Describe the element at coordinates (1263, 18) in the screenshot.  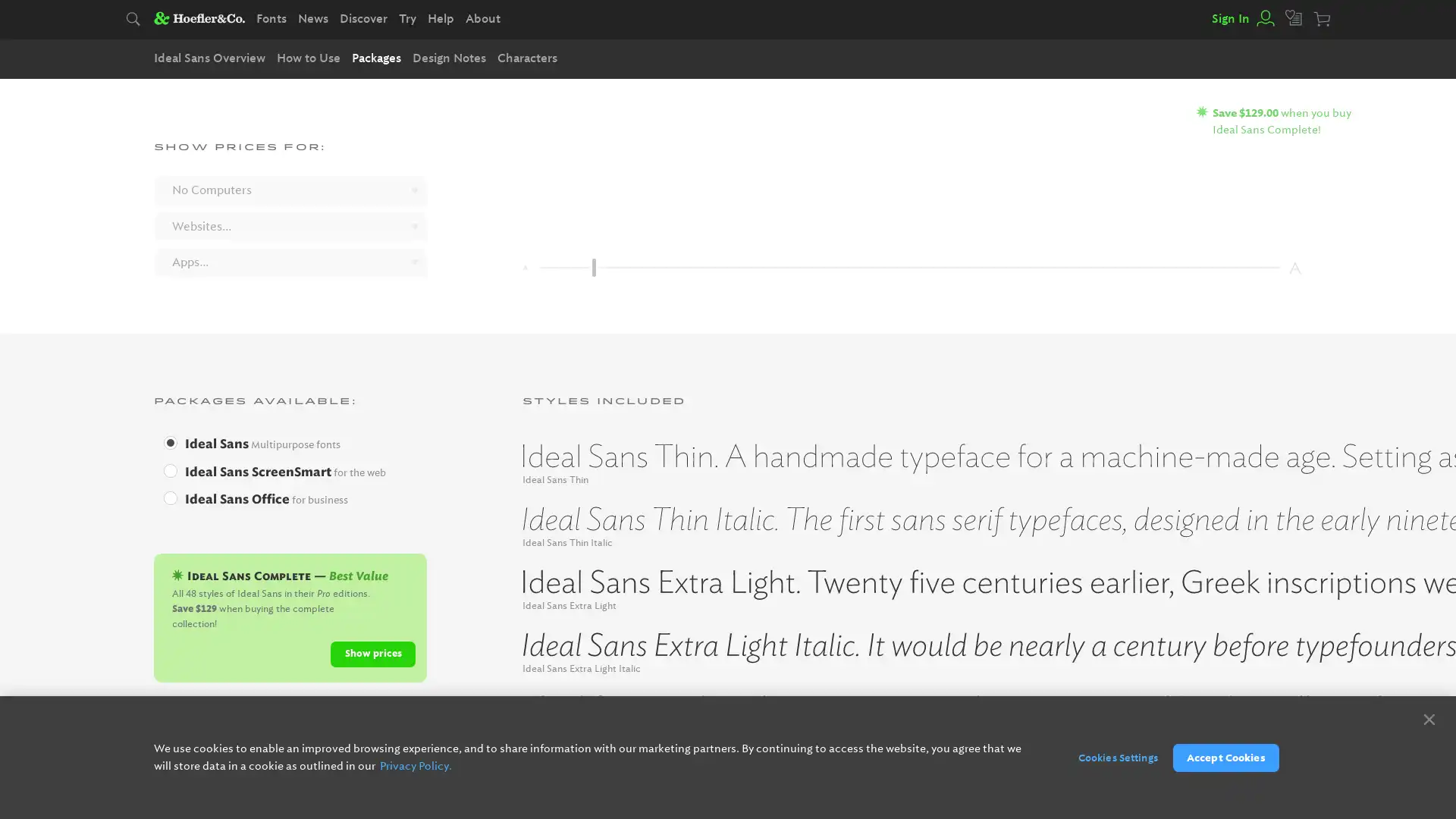
I see `View your account` at that location.